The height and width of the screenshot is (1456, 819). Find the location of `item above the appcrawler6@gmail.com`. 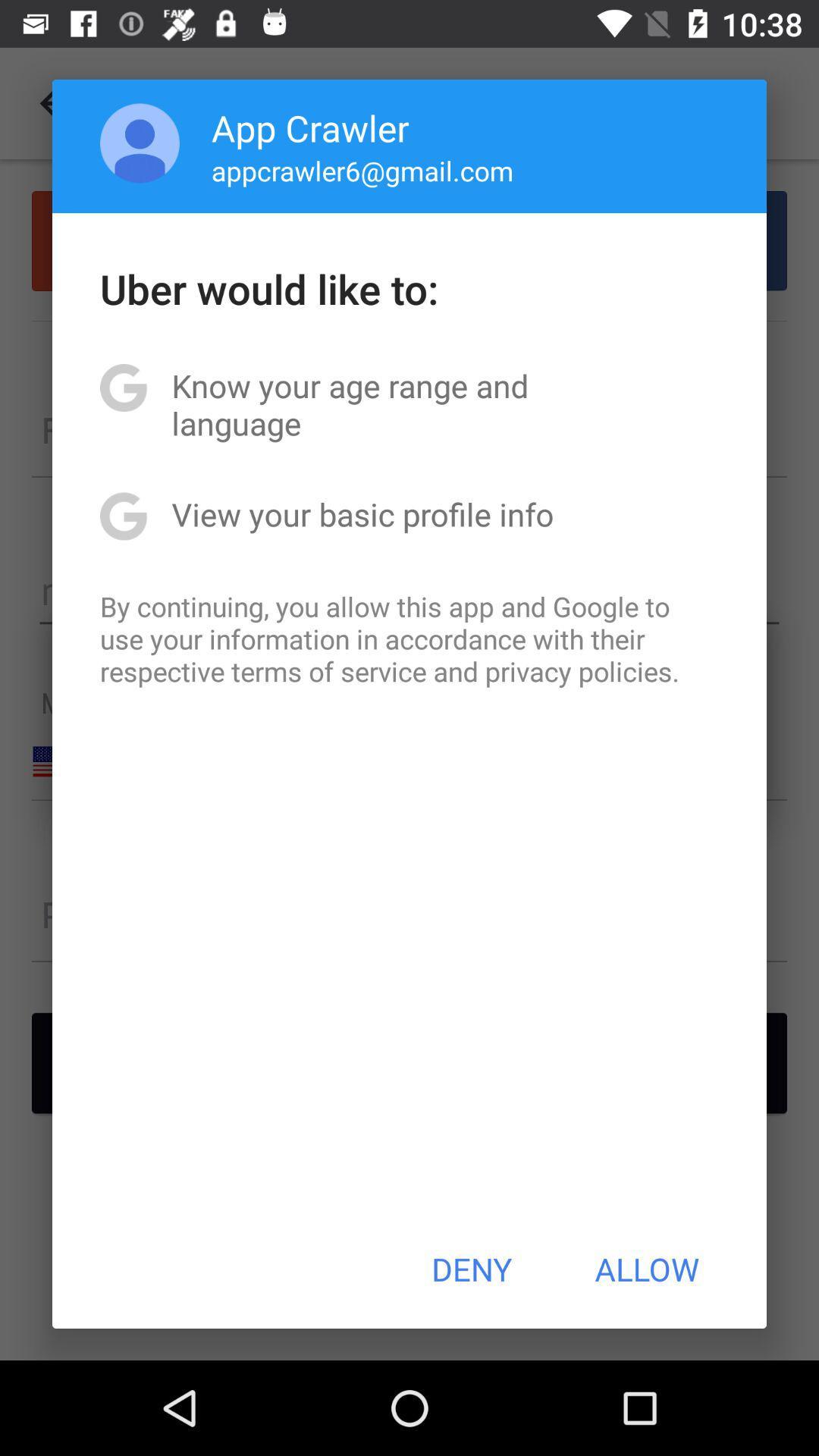

item above the appcrawler6@gmail.com is located at coordinates (309, 127).